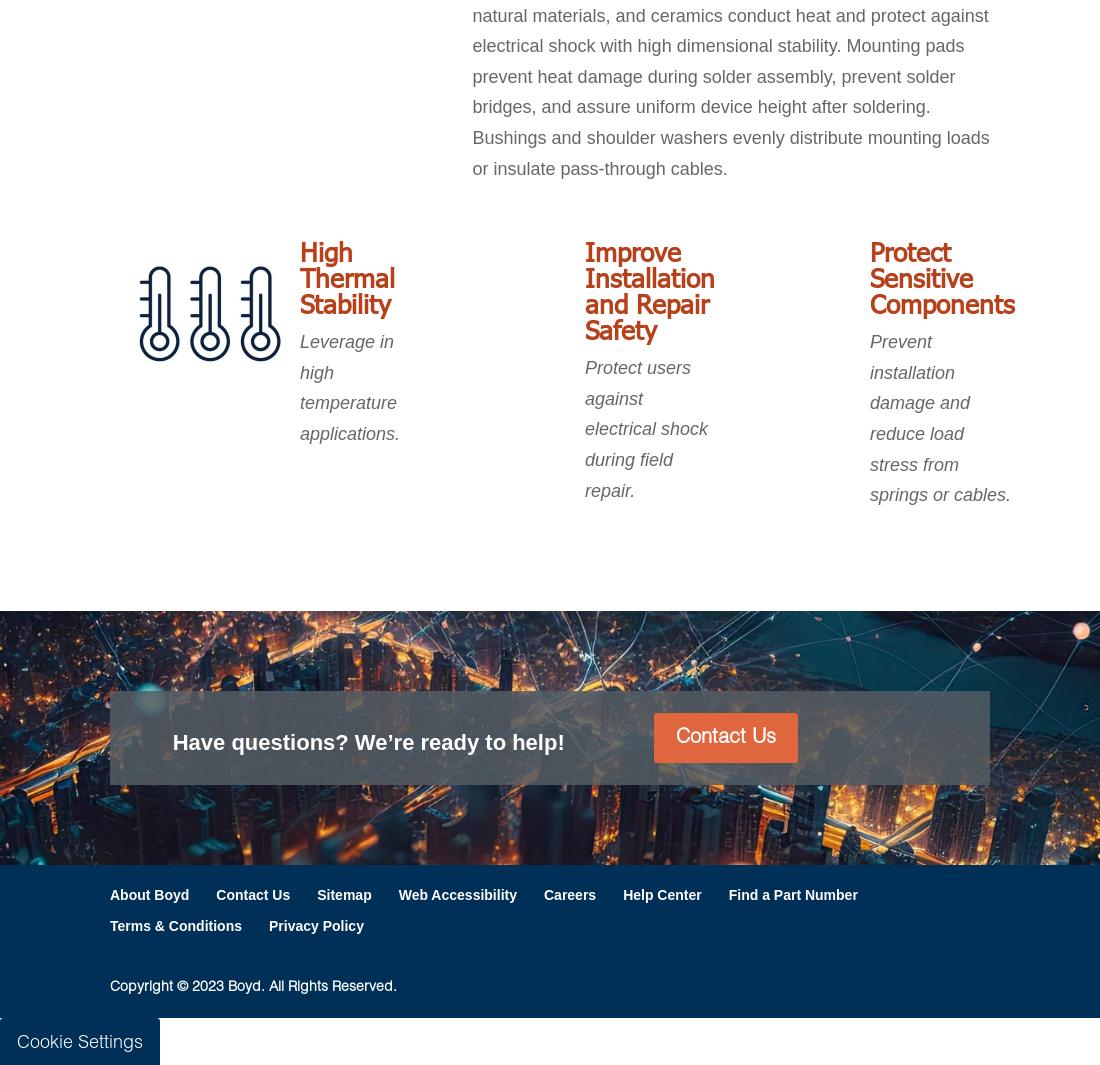 The width and height of the screenshot is (1100, 1065). I want to click on 'About Boyd', so click(110, 893).